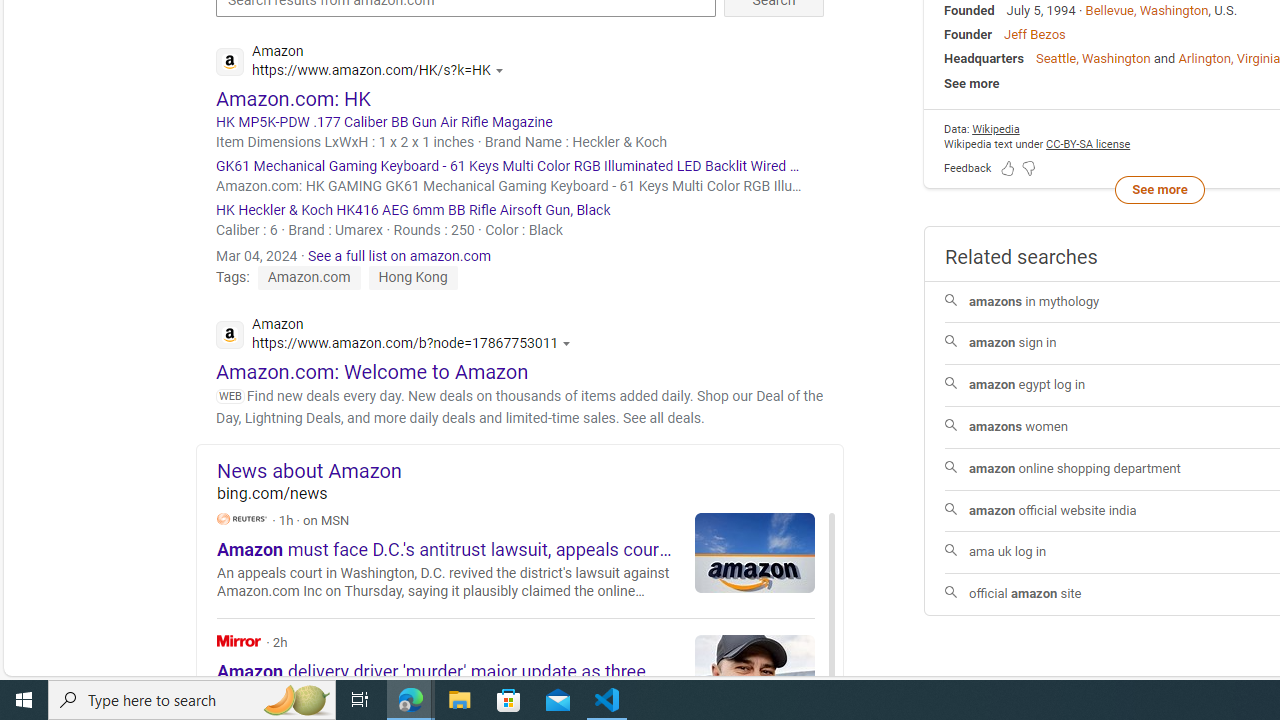 This screenshot has height=720, width=1280. I want to click on 'CC-BY-SA license', so click(1087, 143).